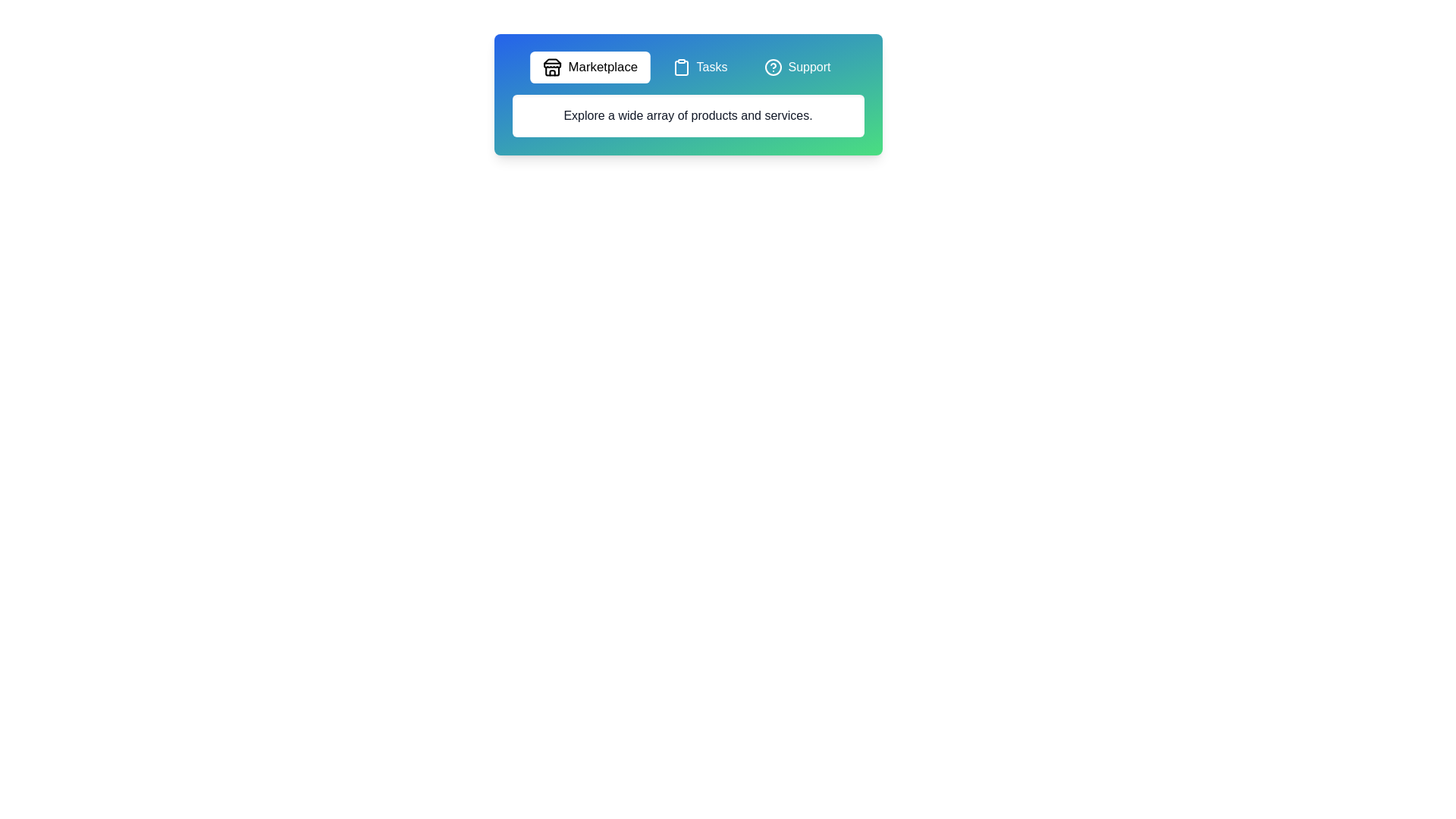  What do you see at coordinates (589, 66) in the screenshot?
I see `the tab labeled Marketplace to inspect its icon` at bounding box center [589, 66].